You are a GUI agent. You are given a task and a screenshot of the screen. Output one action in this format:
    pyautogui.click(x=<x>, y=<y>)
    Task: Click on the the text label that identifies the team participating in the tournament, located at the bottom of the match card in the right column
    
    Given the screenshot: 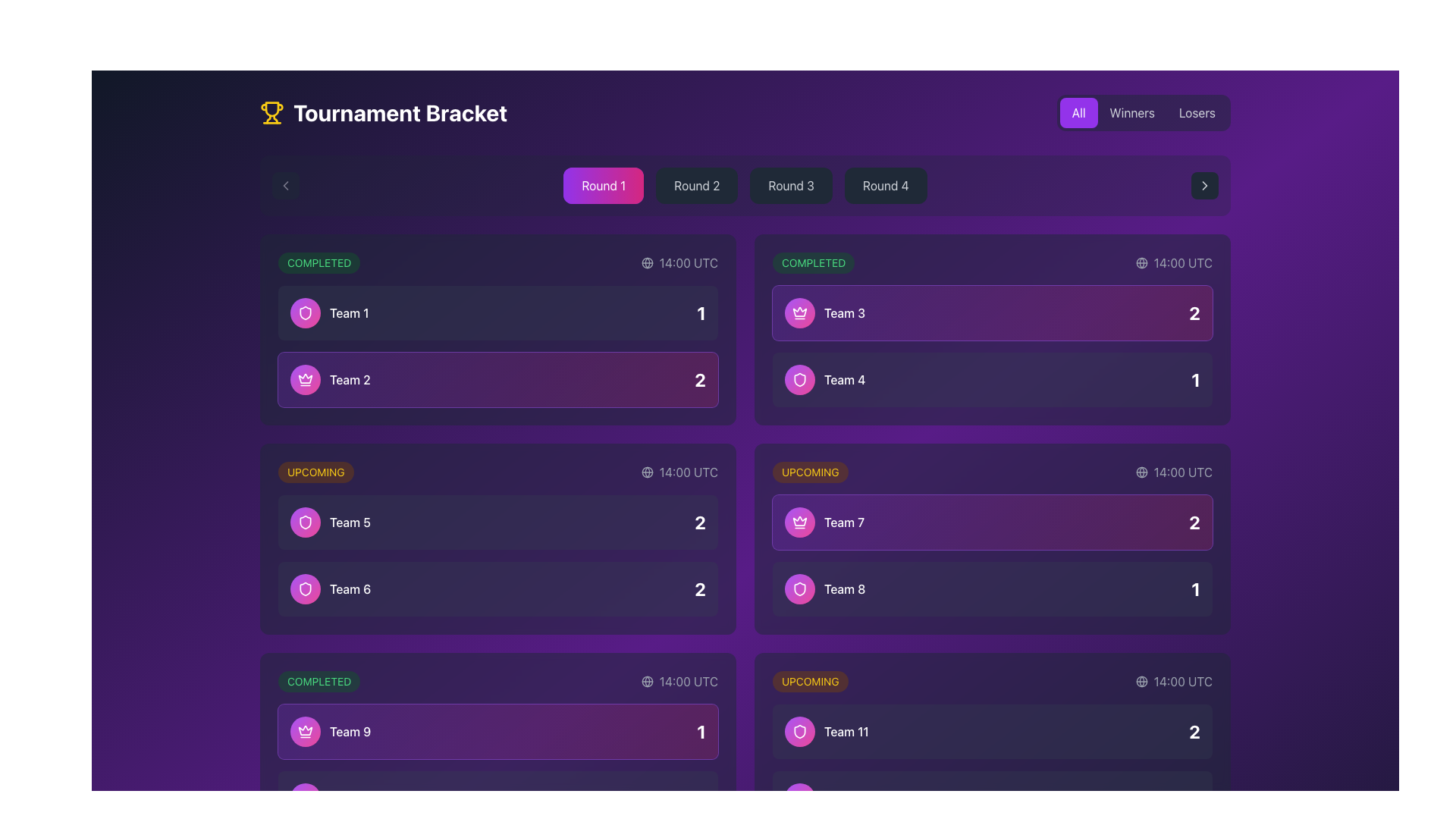 What is the action you would take?
    pyautogui.click(x=843, y=522)
    